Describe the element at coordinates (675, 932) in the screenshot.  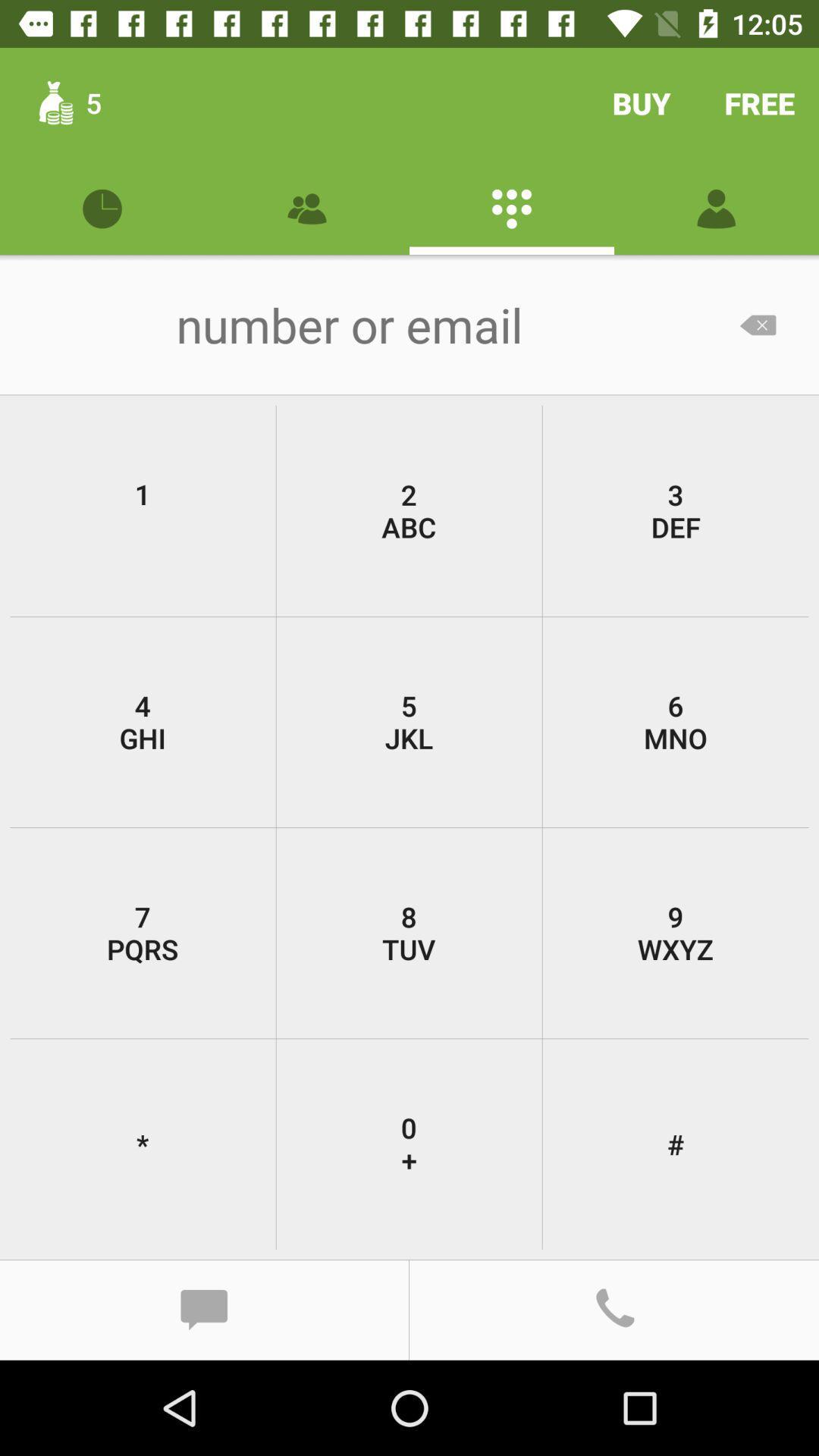
I see `item below 5` at that location.